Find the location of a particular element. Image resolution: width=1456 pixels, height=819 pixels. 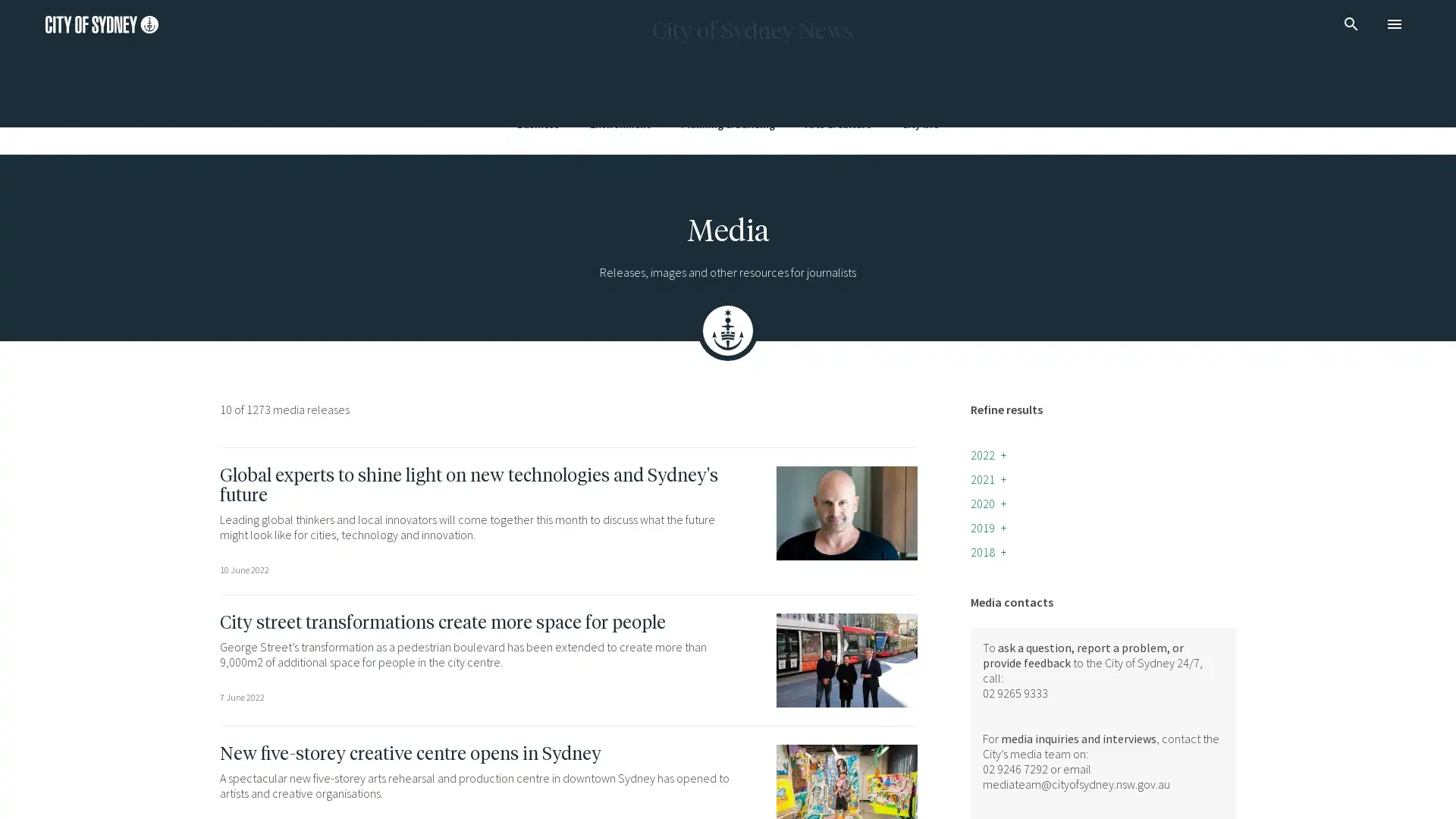

2020+ is located at coordinates (988, 503).